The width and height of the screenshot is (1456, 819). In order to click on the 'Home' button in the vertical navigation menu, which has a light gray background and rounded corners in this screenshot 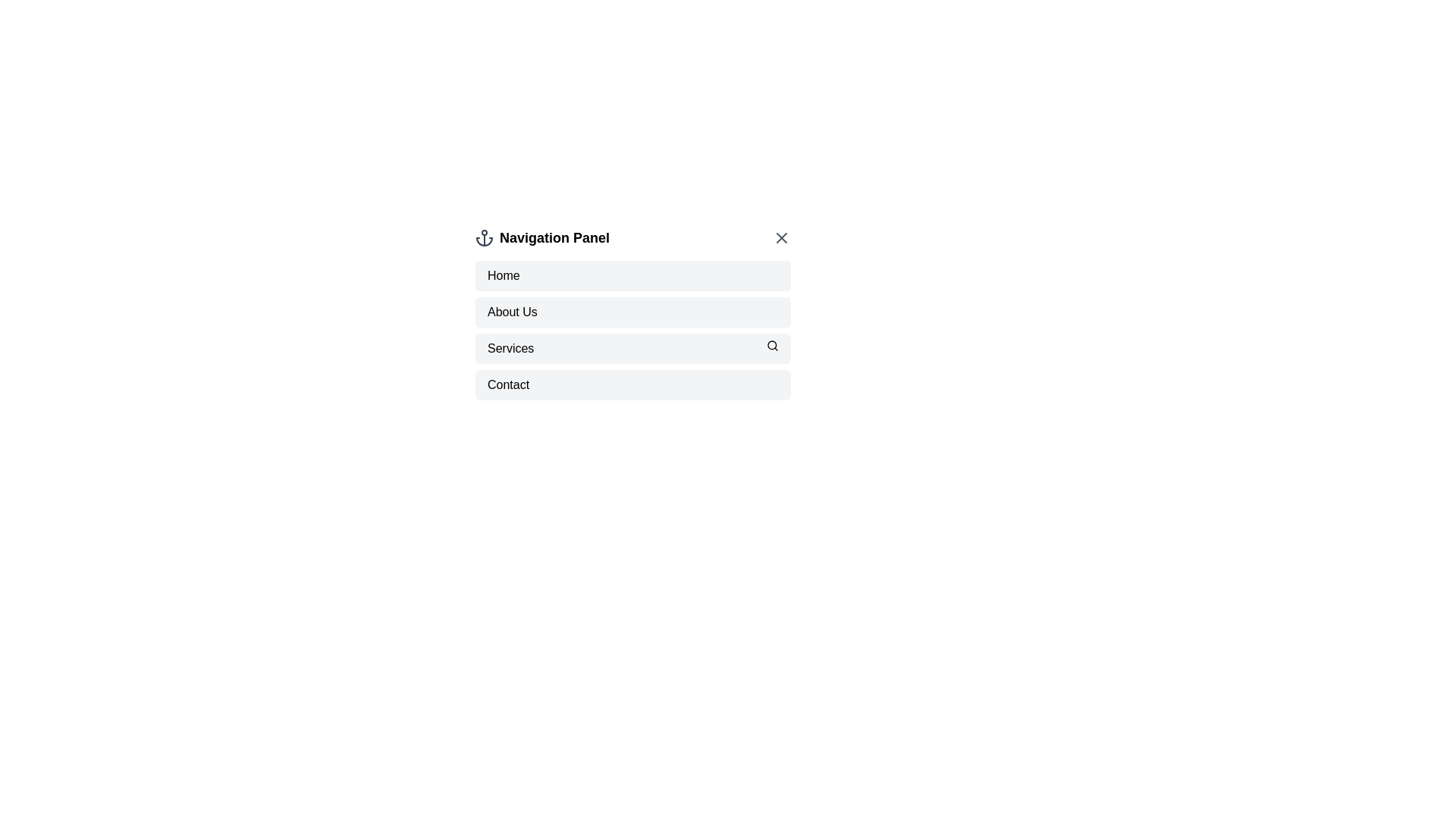, I will do `click(633, 275)`.